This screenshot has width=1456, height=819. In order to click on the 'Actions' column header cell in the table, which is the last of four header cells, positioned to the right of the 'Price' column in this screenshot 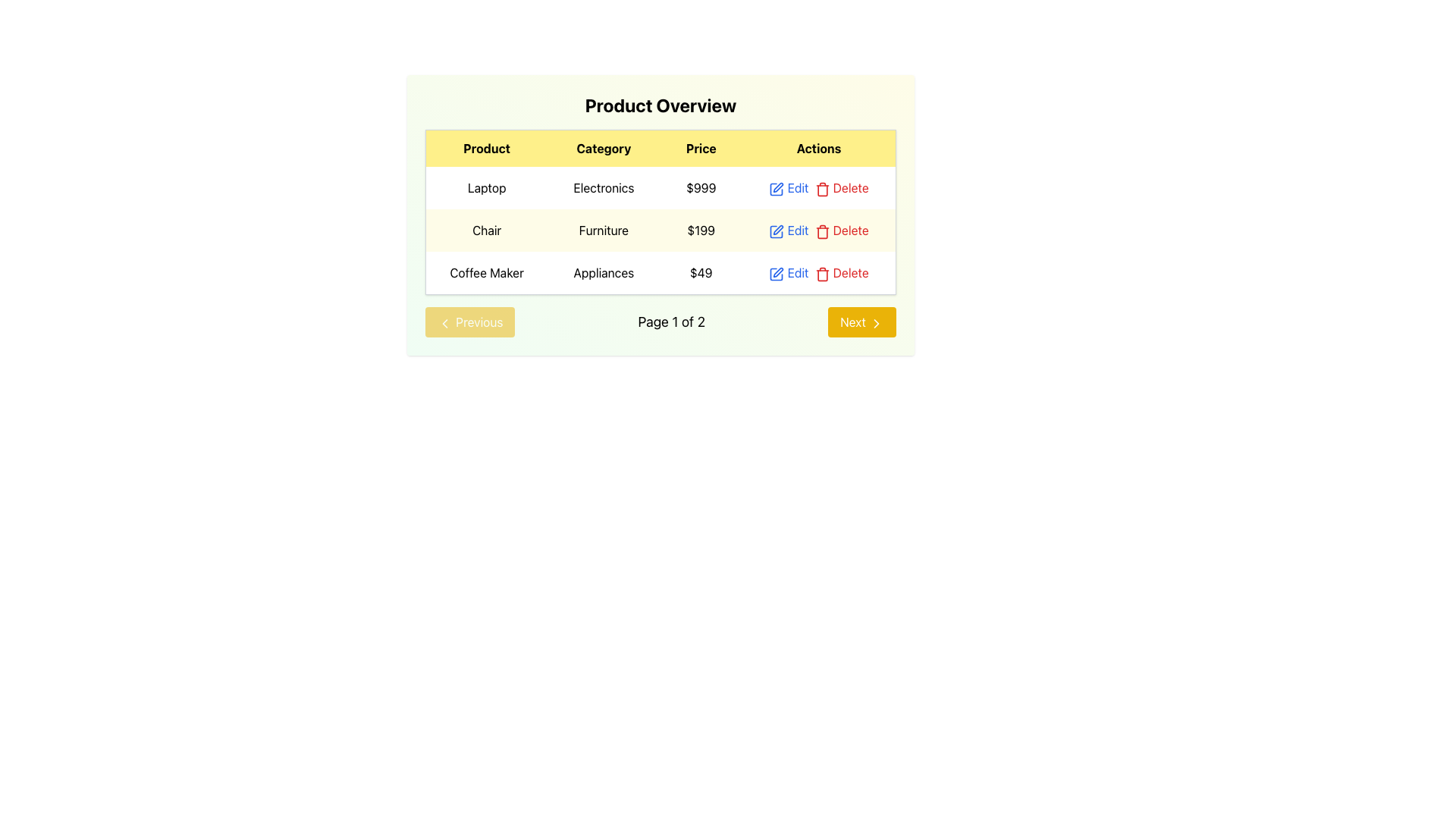, I will do `click(818, 148)`.